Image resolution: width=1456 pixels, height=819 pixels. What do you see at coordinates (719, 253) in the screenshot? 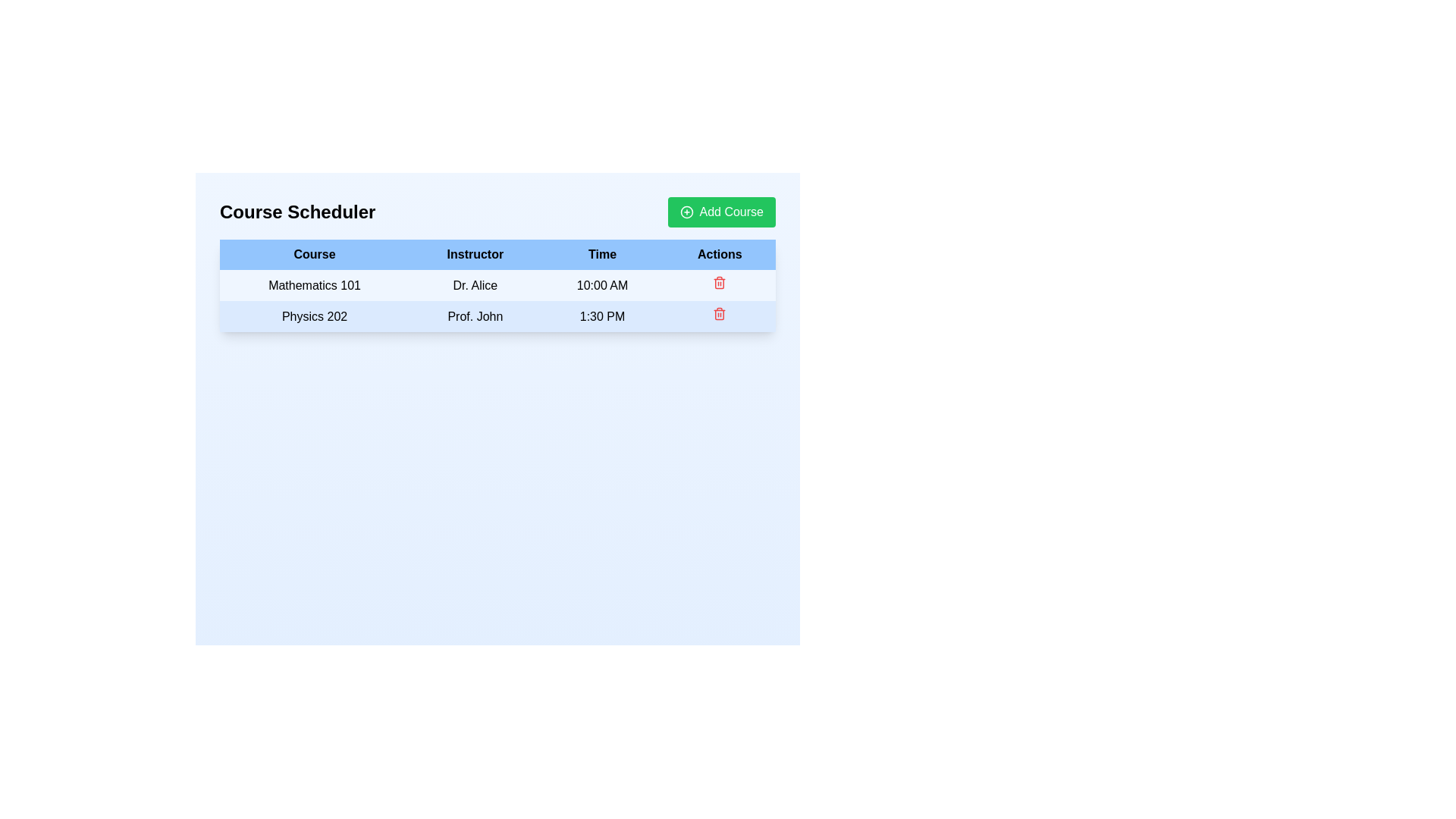
I see `the header label for the 'Actions' column in the table, located at the top-right corner after 'Course', 'Instructor', and 'Time'` at bounding box center [719, 253].